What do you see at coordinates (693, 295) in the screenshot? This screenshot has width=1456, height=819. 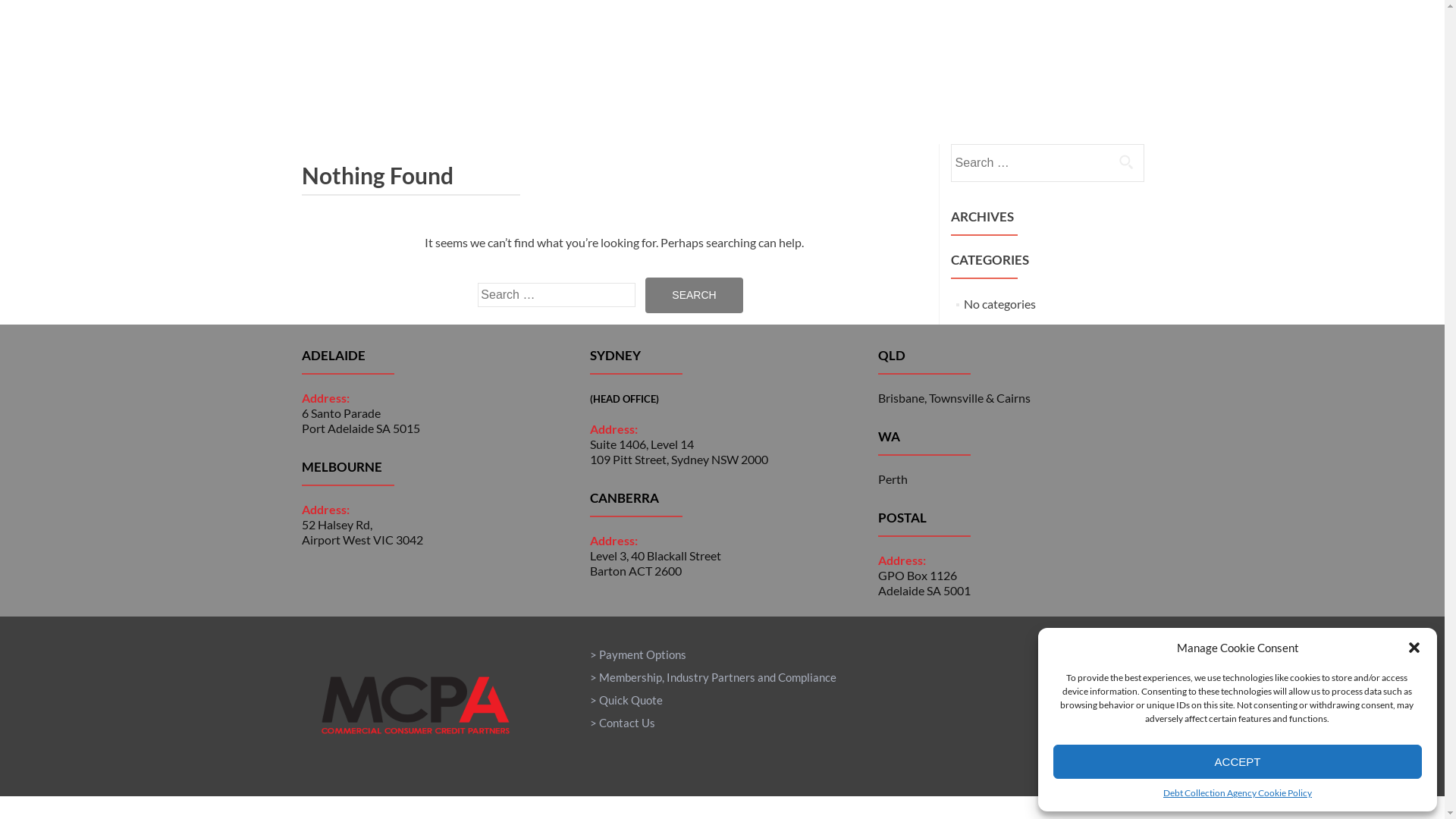 I see `'Search'` at bounding box center [693, 295].